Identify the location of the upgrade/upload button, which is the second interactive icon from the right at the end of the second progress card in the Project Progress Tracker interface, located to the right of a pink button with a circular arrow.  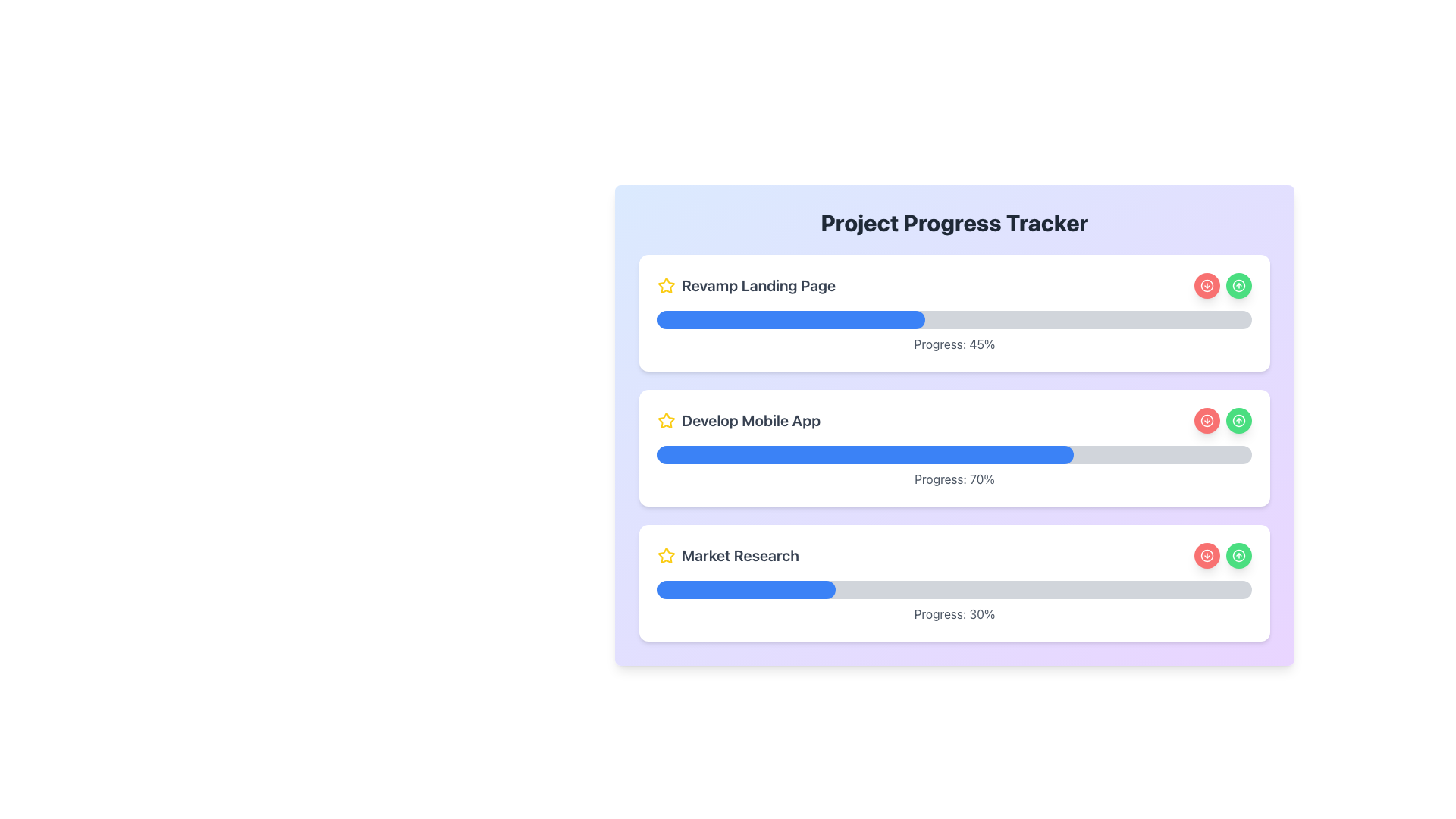
(1238, 421).